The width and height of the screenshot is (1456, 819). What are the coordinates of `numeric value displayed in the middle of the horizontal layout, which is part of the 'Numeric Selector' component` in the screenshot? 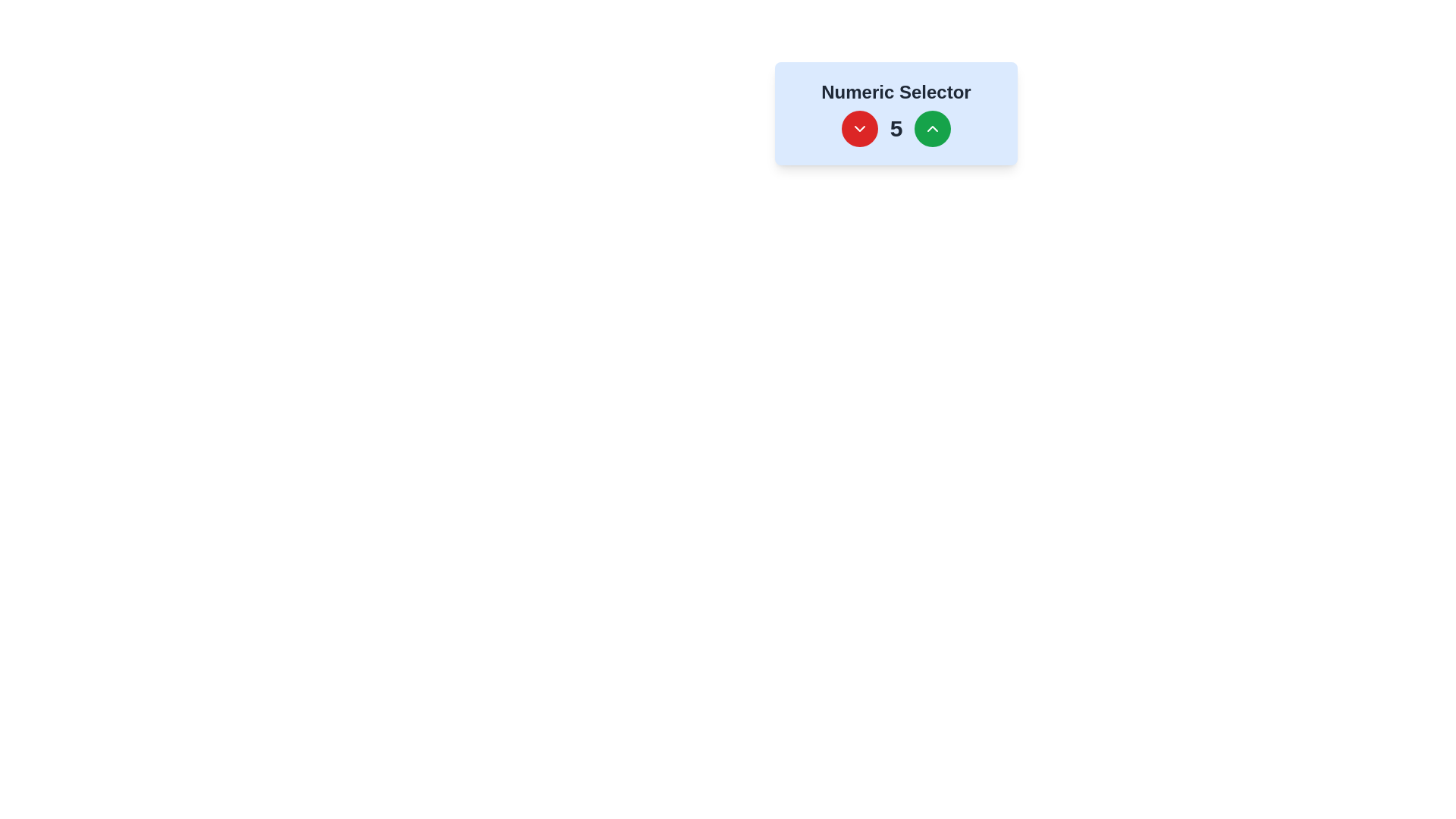 It's located at (896, 127).